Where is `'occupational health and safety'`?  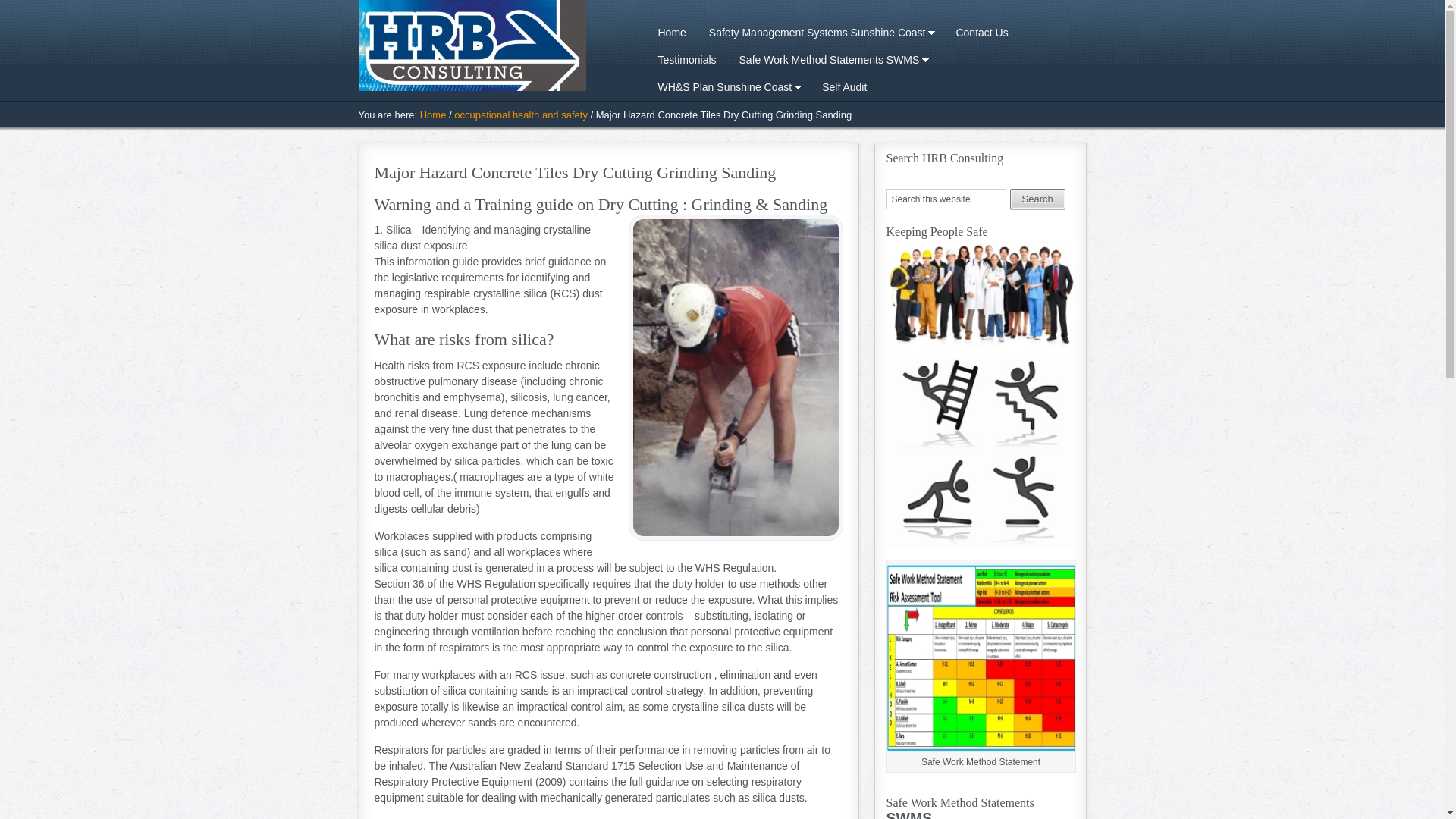 'occupational health and safety' is located at coordinates (453, 114).